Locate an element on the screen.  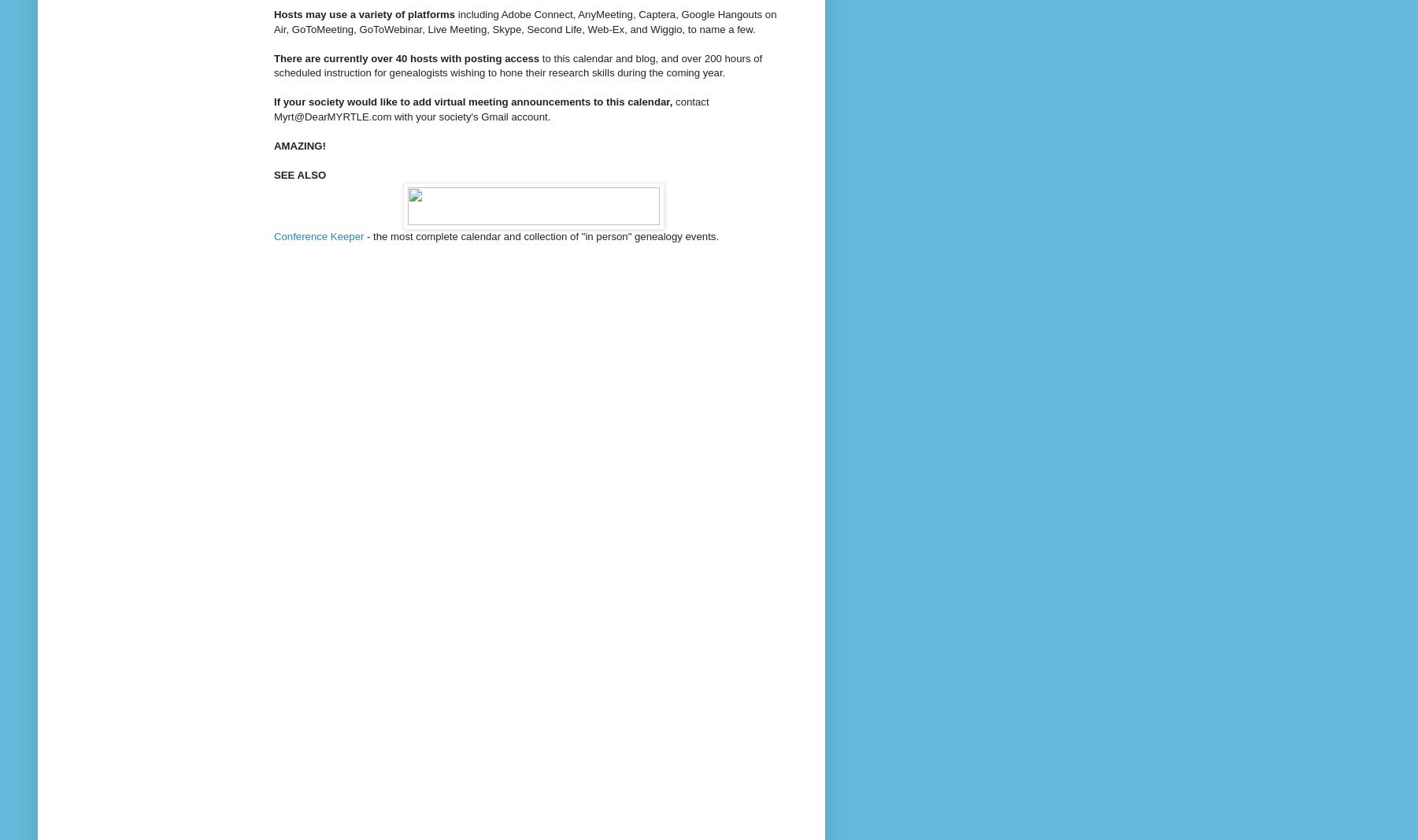
'AMAZING!' is located at coordinates (273, 145).